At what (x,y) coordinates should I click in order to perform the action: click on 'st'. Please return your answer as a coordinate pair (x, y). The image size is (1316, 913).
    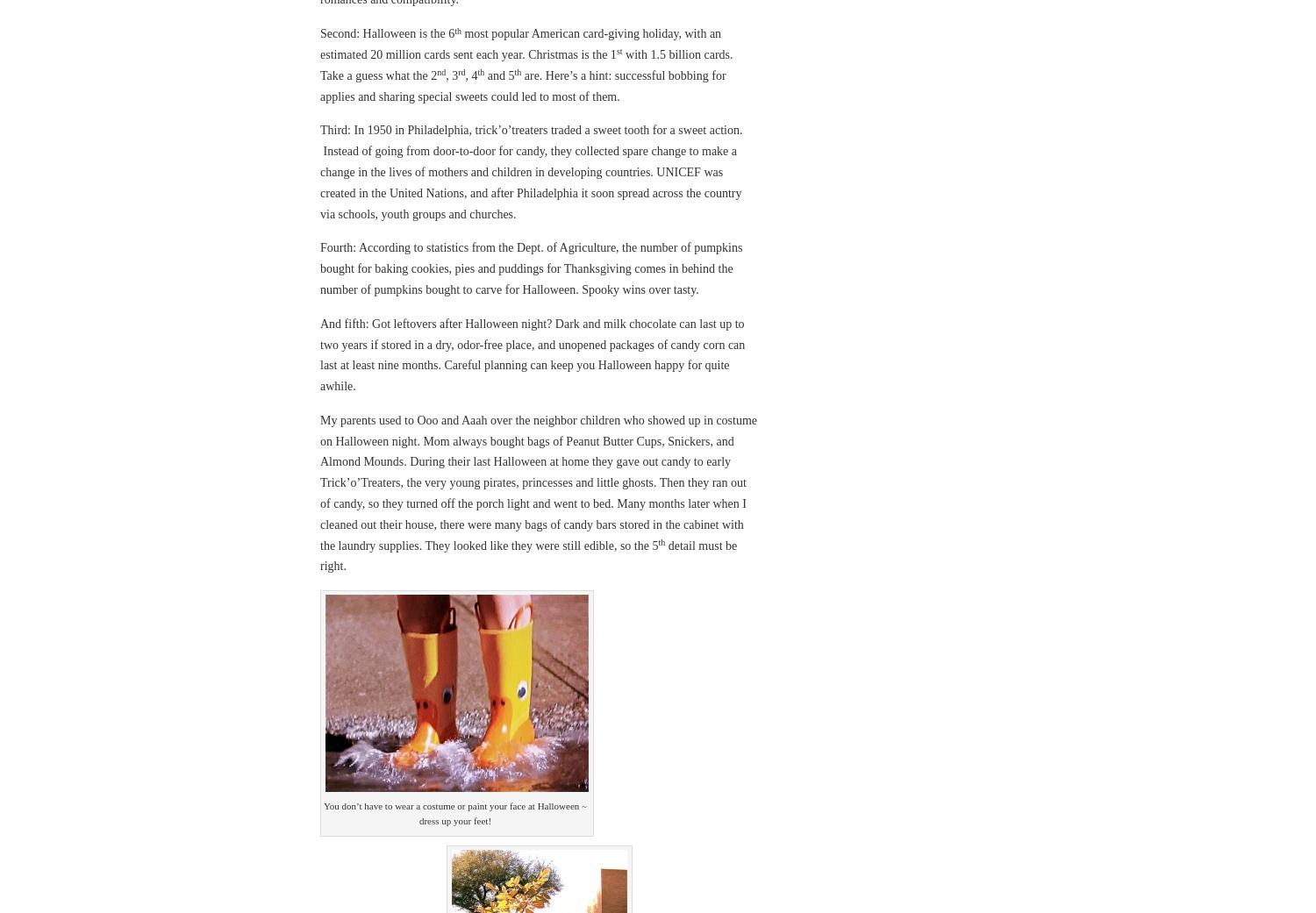
    Looking at the image, I should click on (618, 50).